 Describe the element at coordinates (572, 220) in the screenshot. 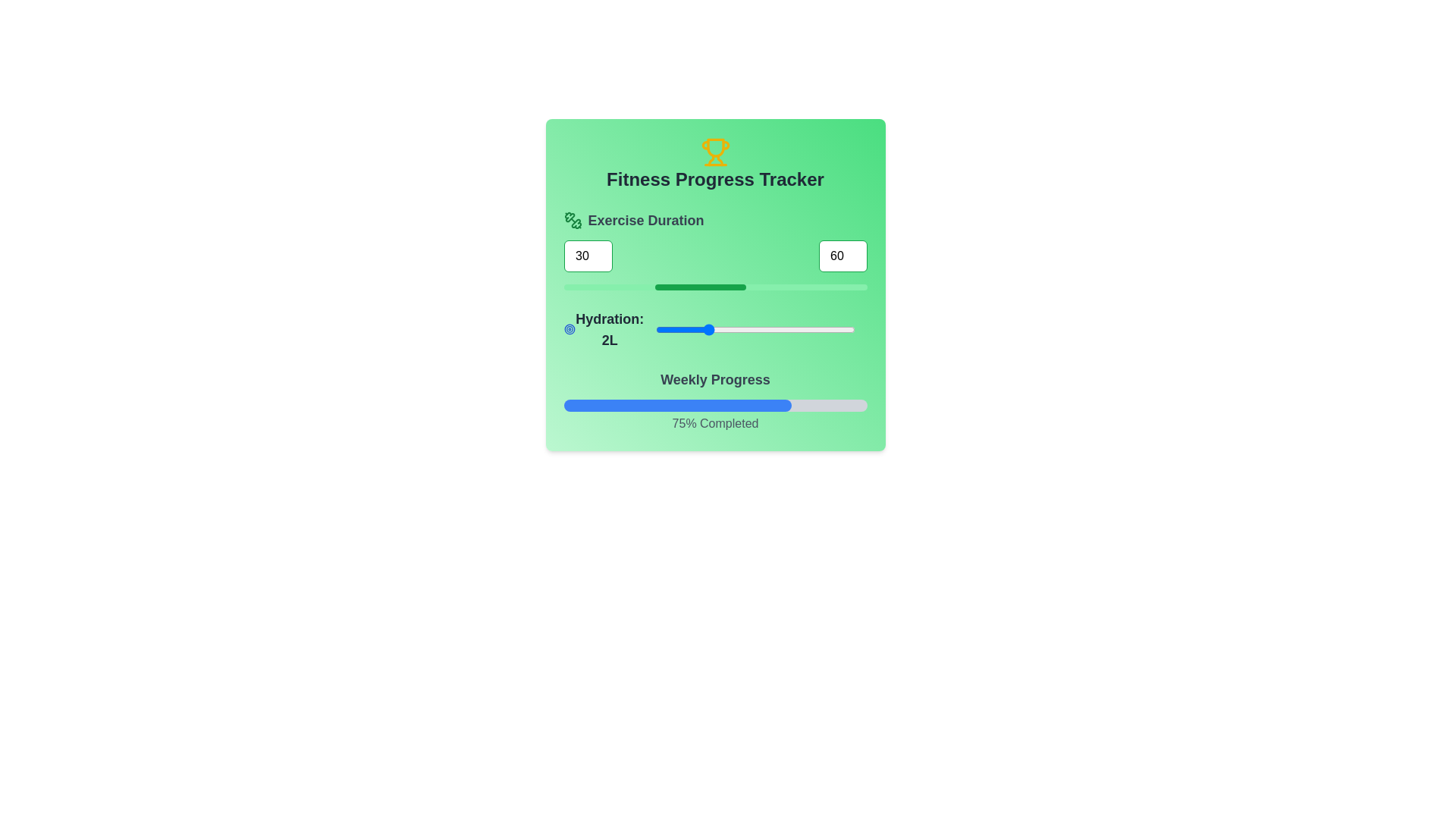

I see `the green dumbbell icon located to the left of the 'Exercise Duration' label in the Fitness Progress Tracker interface` at that location.